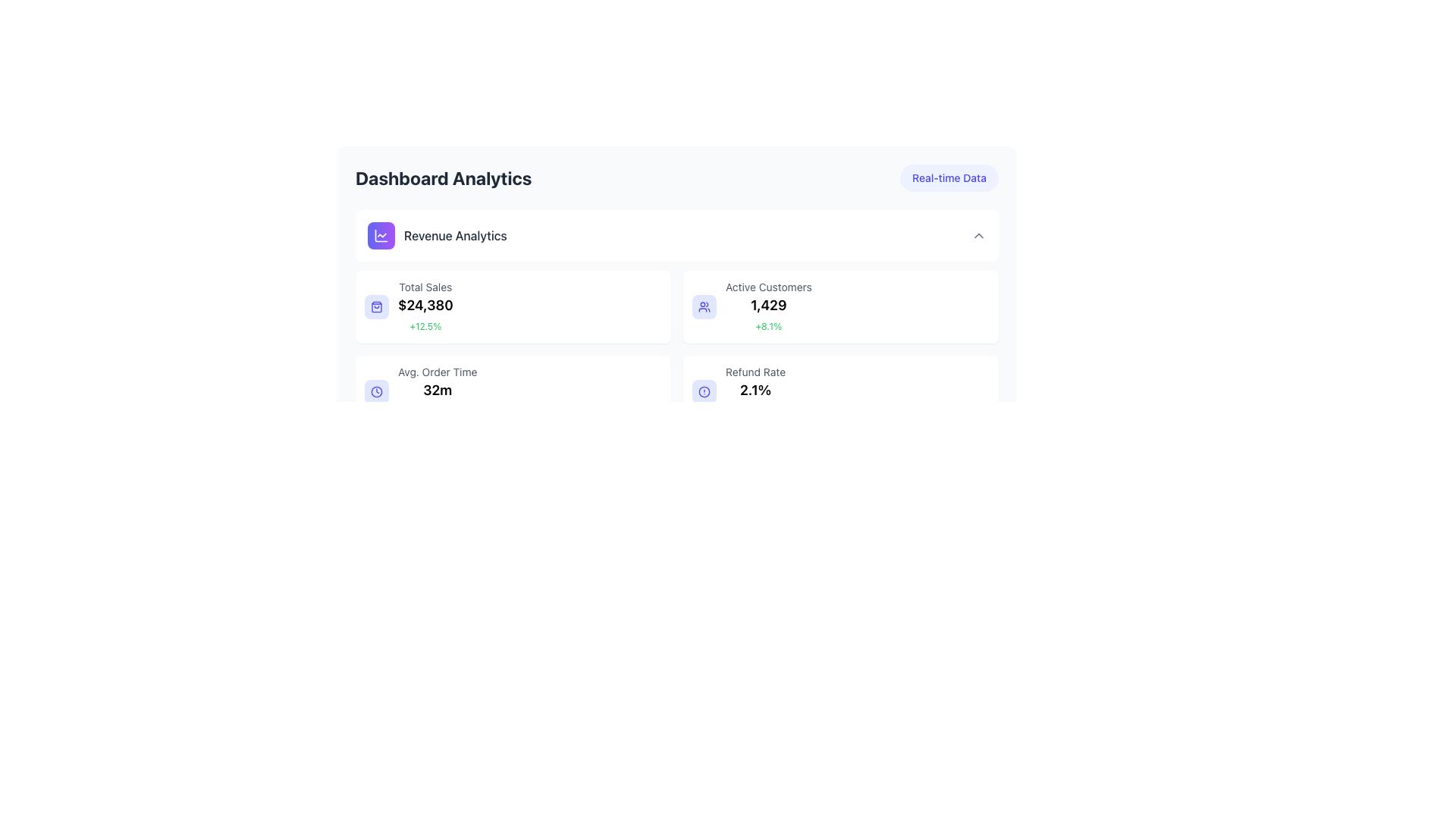  What do you see at coordinates (443, 177) in the screenshot?
I see `the bold, gray text label styled as 'Dashboard Analytics', which is the prominent title at the top of the interface` at bounding box center [443, 177].